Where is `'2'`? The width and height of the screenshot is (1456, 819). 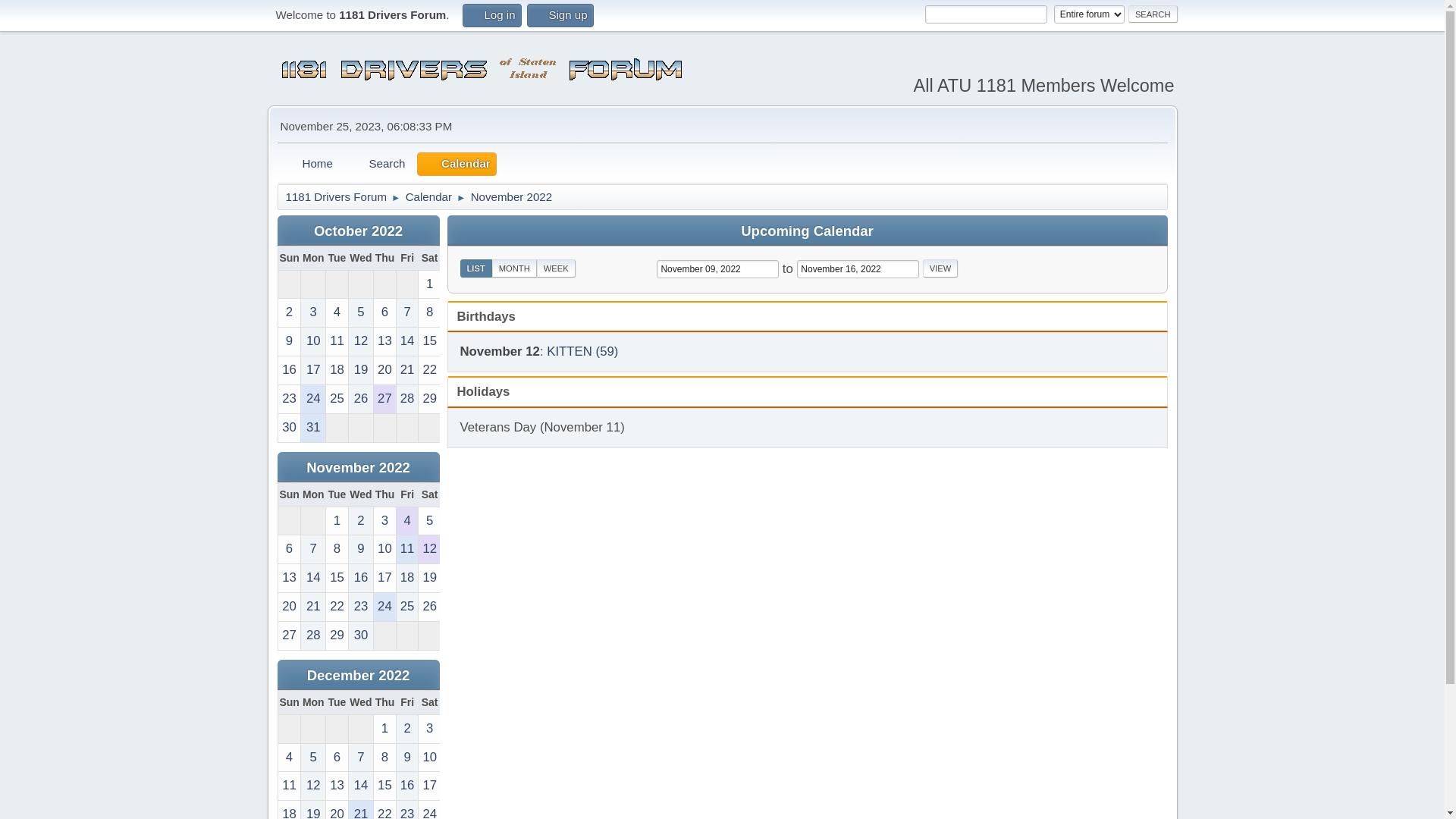
'2' is located at coordinates (359, 520).